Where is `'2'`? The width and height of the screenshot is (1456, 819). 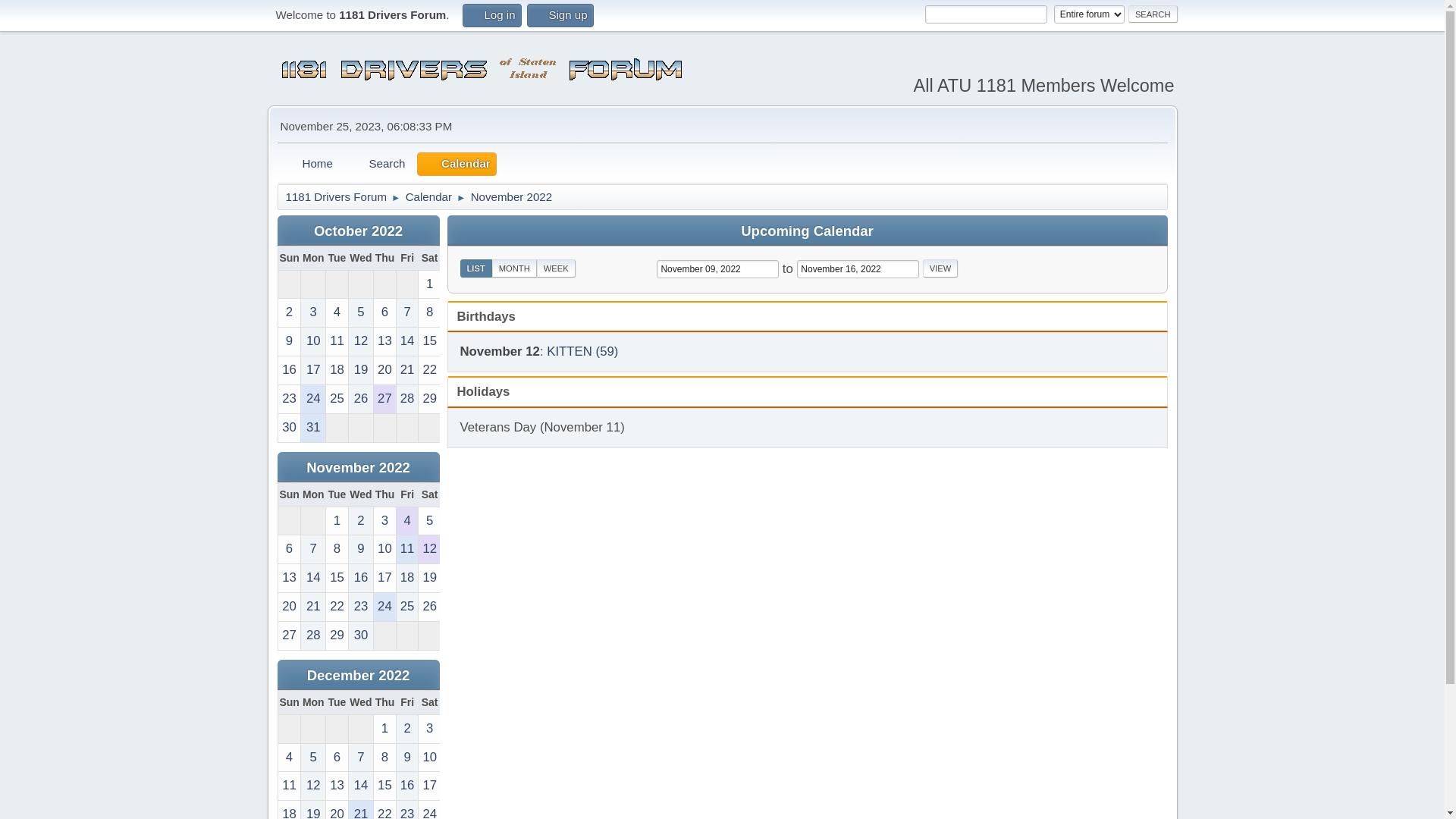
'2' is located at coordinates (359, 520).